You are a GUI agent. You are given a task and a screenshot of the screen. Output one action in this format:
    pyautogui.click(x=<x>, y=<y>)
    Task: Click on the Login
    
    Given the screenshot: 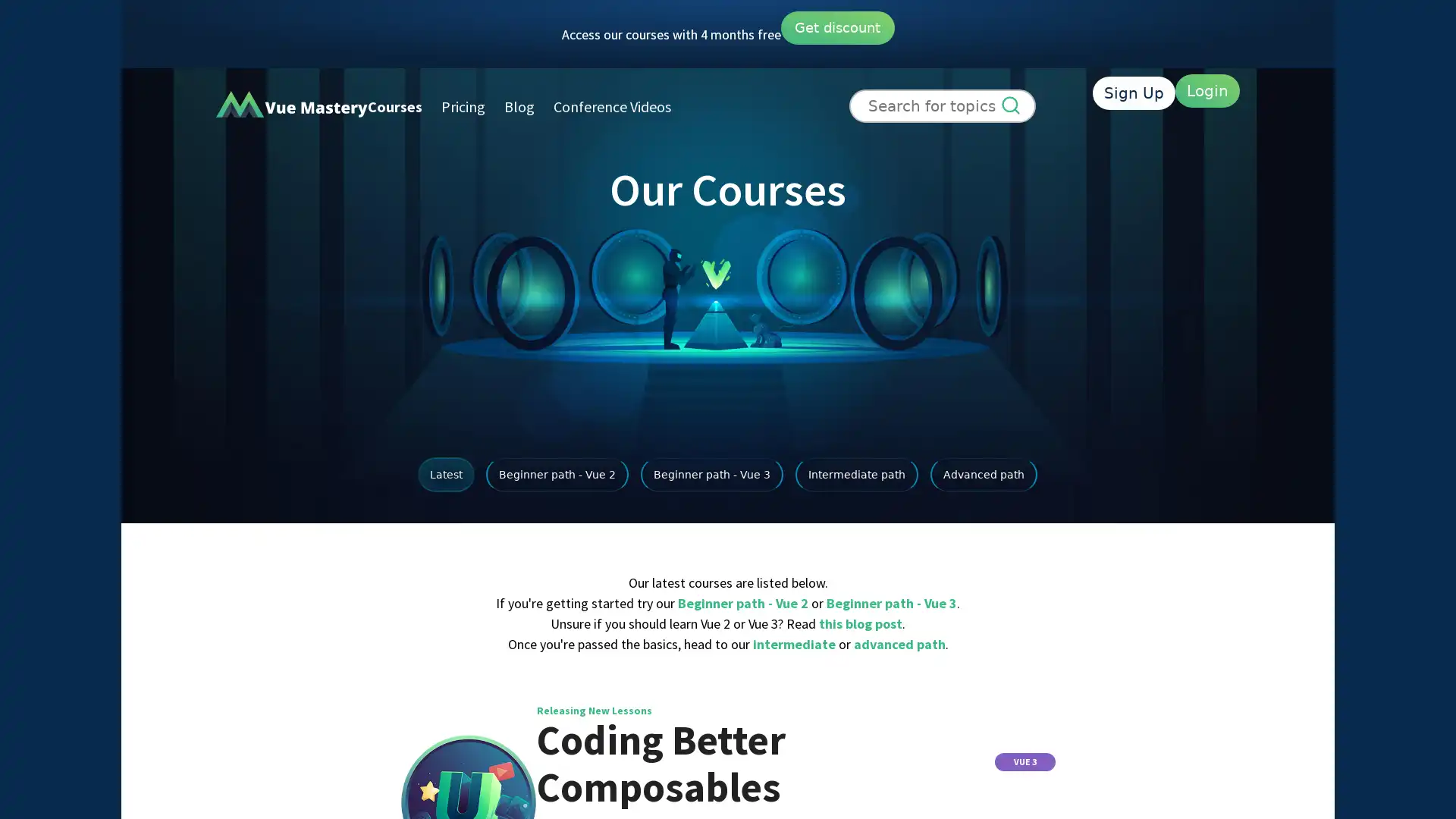 What is the action you would take?
    pyautogui.click(x=1197, y=105)
    